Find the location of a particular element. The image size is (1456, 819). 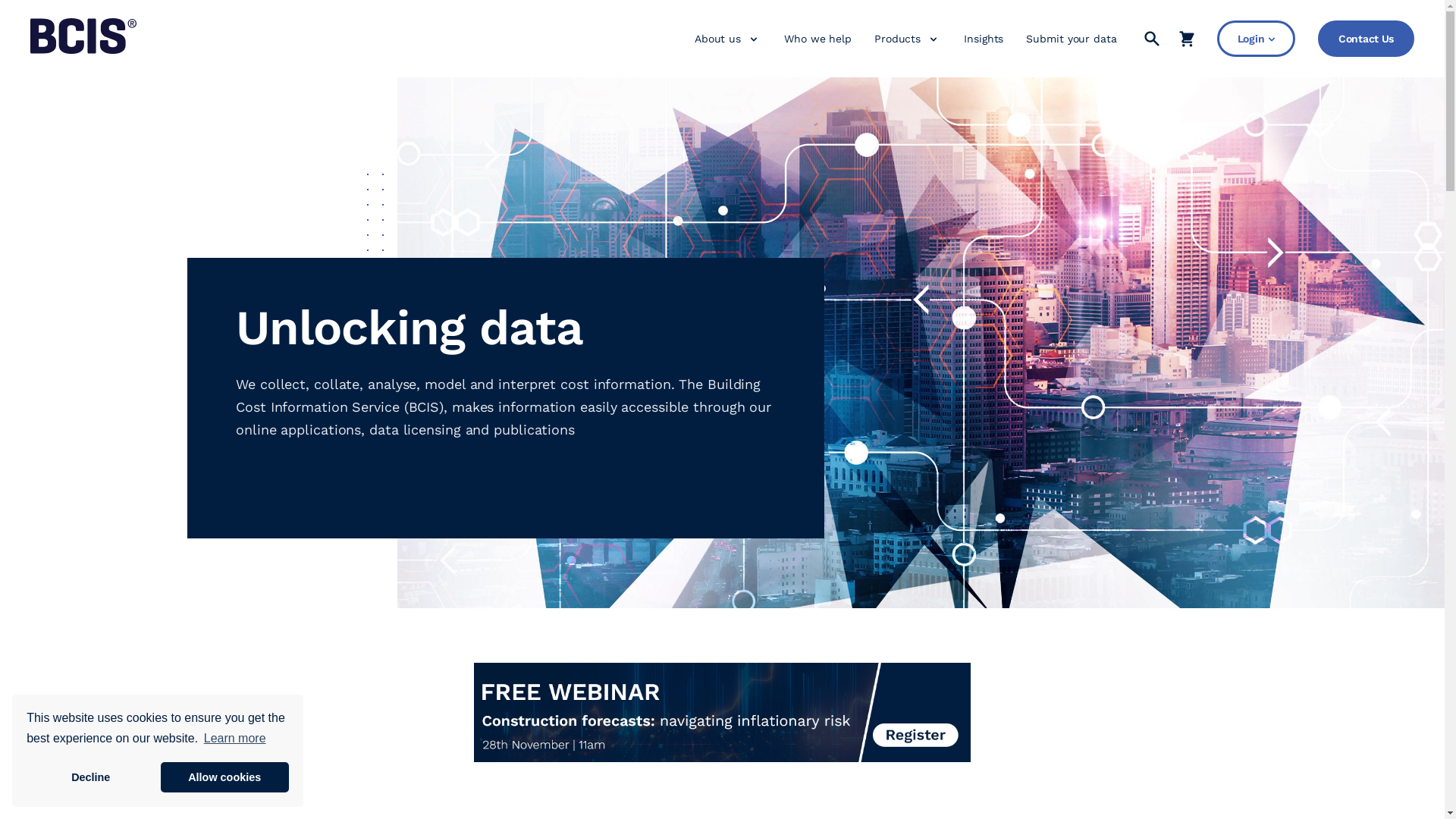

'Who we help' is located at coordinates (783, 37).